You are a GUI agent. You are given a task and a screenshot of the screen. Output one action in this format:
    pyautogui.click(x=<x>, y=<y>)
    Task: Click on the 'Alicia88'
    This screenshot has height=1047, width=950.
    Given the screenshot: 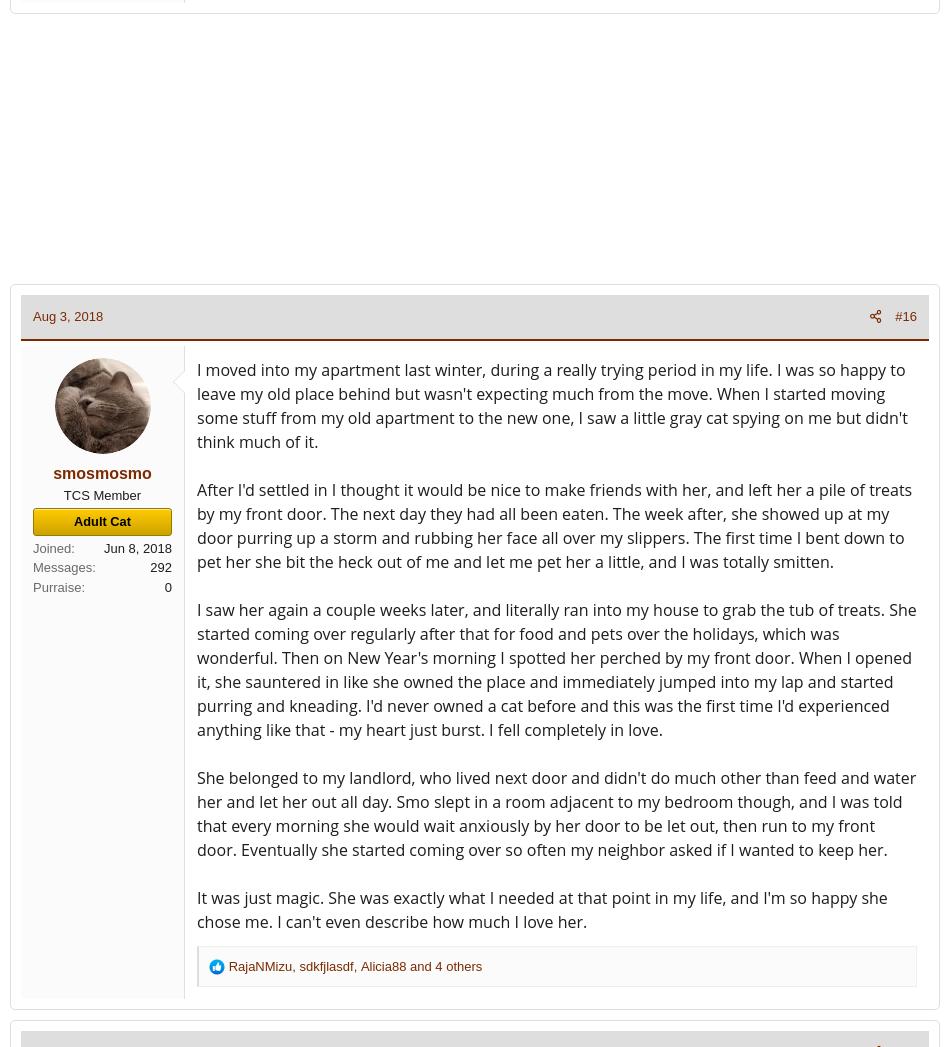 What is the action you would take?
    pyautogui.click(x=382, y=964)
    